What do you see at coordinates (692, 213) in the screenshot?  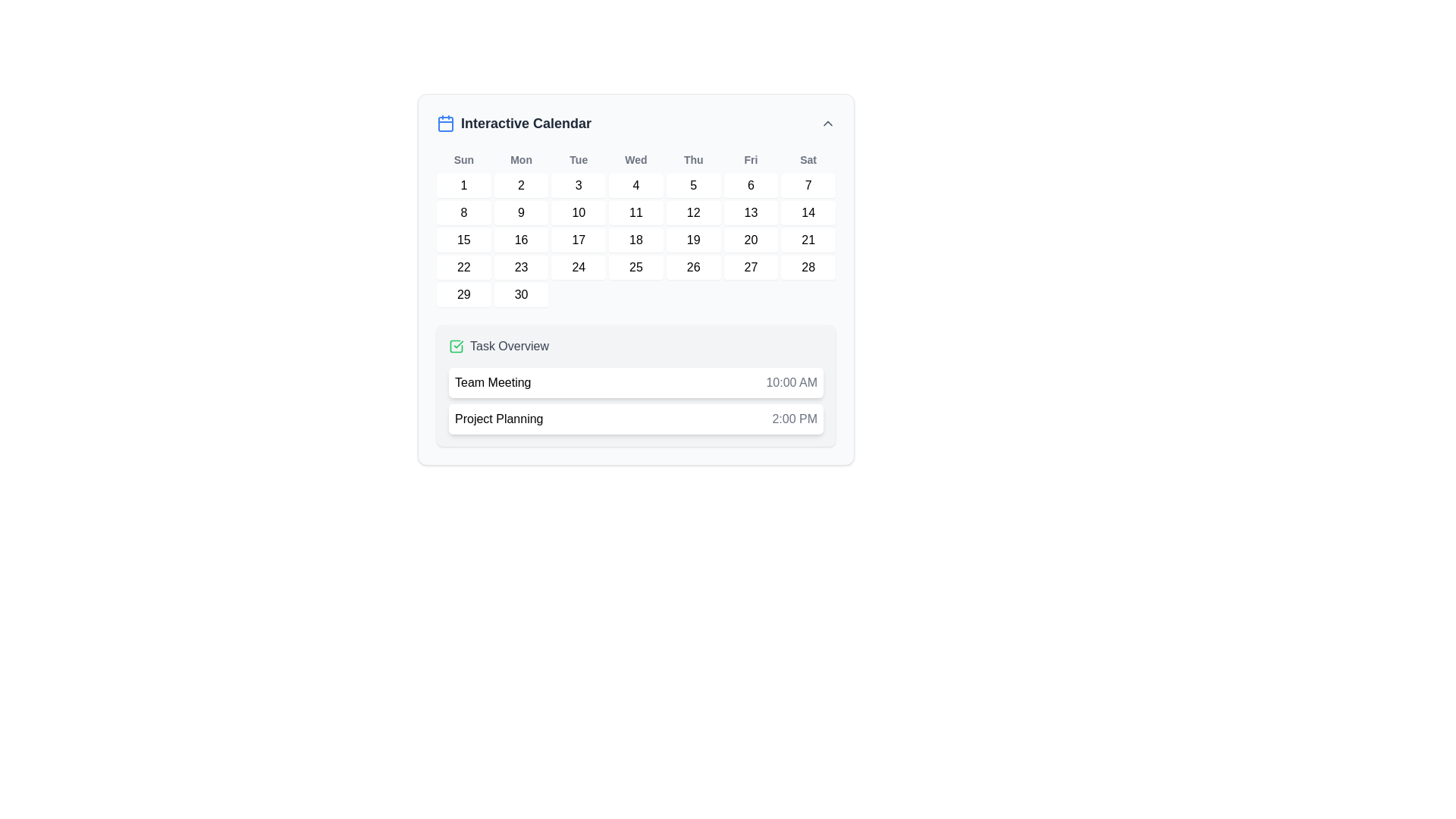 I see `to select the date represented by the button for the 12th in the calendar interface, located in the second row and fifth column of the grid layout` at bounding box center [692, 213].